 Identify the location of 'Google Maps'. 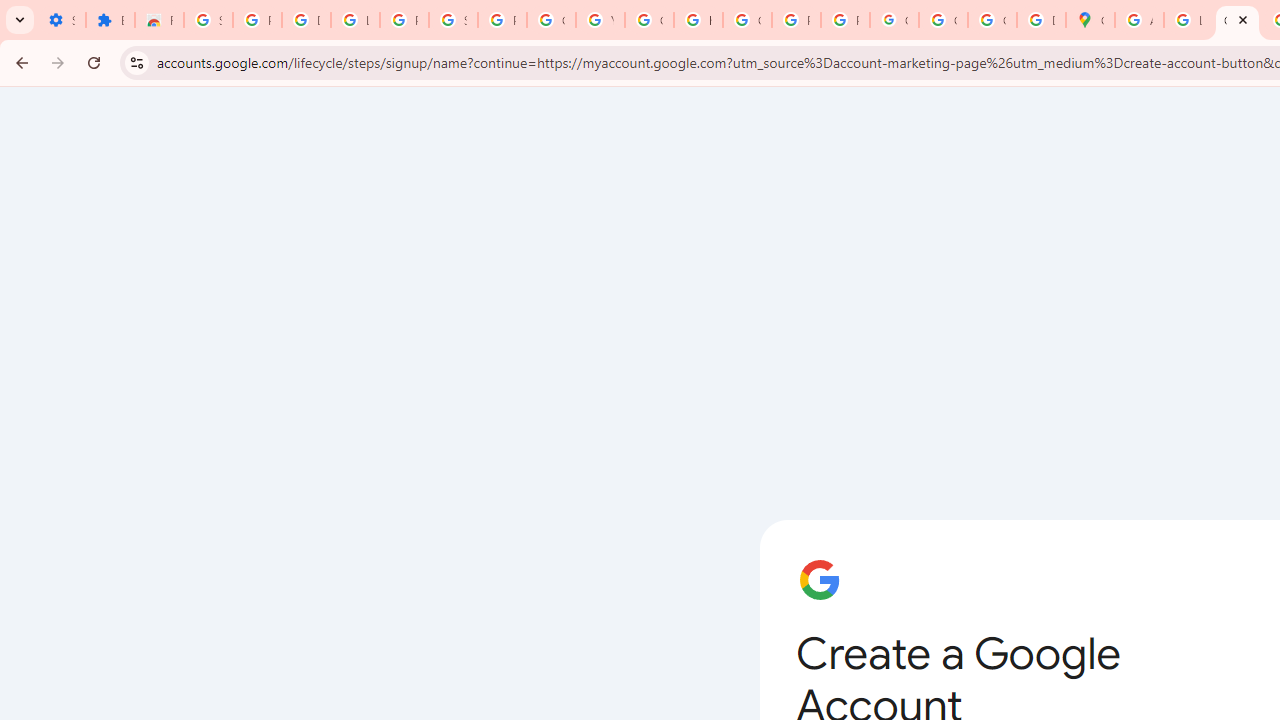
(1089, 20).